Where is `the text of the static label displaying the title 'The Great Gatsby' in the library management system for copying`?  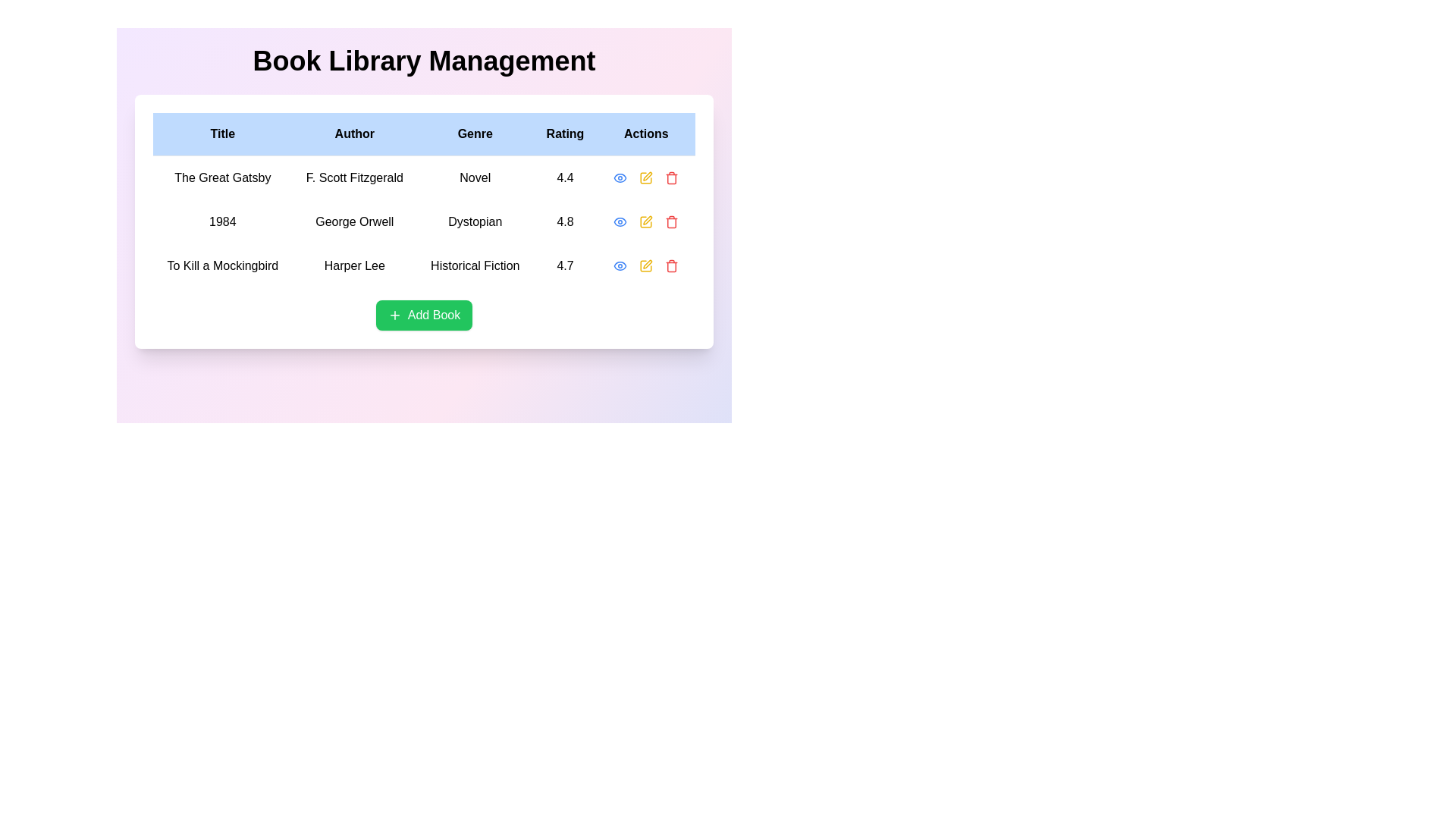
the text of the static label displaying the title 'The Great Gatsby' in the library management system for copying is located at coordinates (221, 177).